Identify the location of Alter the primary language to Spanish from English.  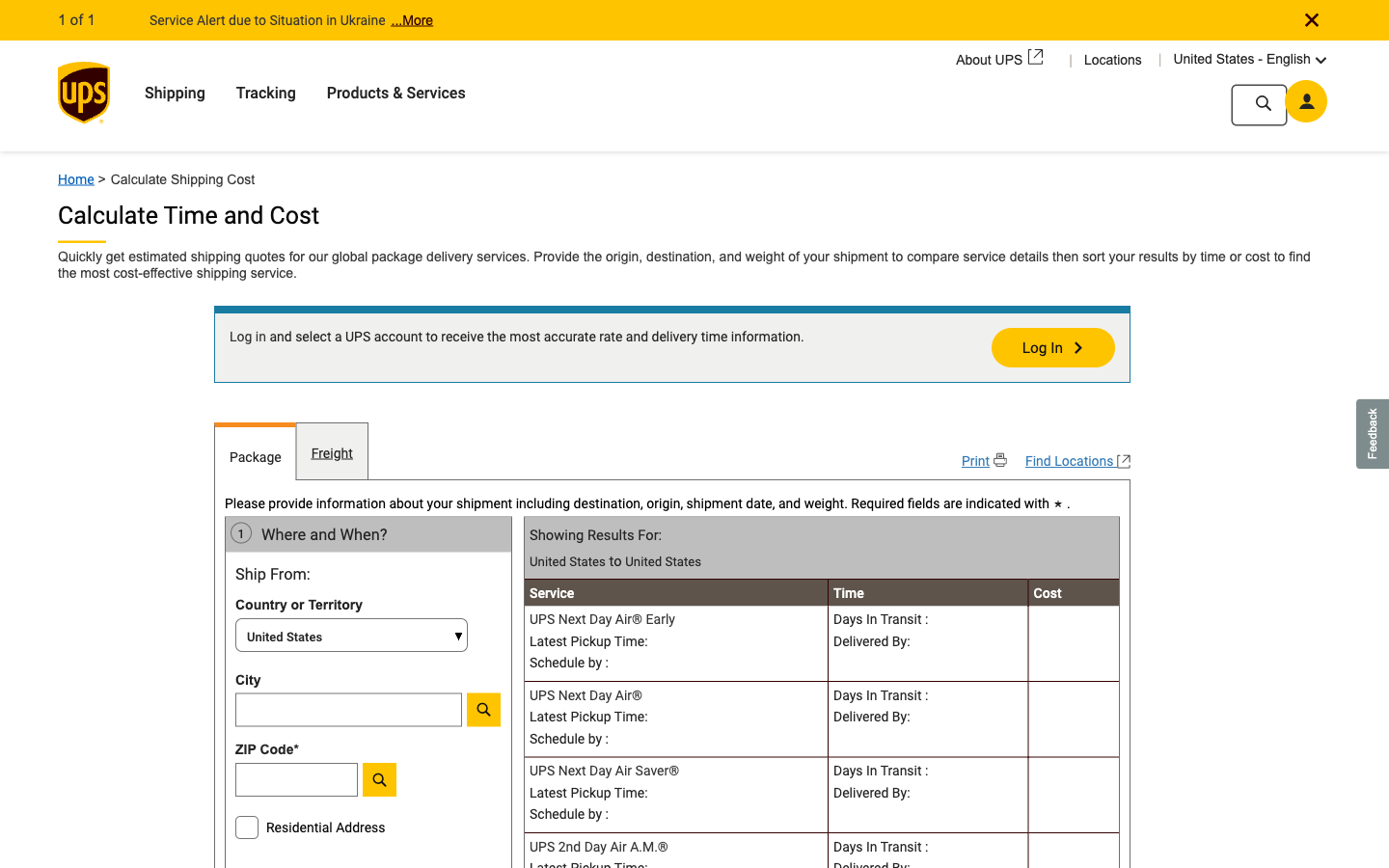
(1310, 57).